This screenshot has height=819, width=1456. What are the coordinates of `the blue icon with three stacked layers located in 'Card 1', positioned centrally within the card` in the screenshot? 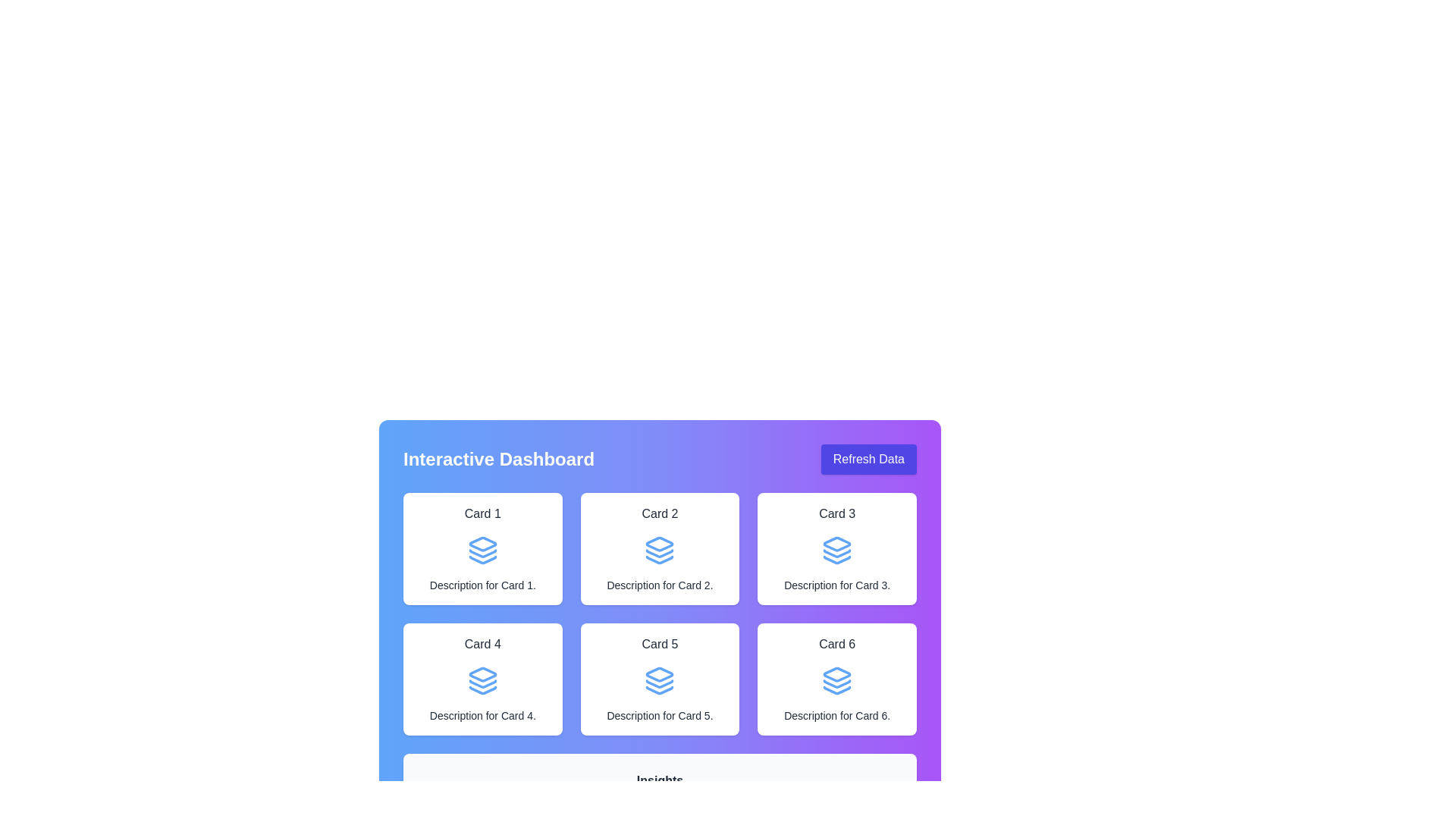 It's located at (482, 550).